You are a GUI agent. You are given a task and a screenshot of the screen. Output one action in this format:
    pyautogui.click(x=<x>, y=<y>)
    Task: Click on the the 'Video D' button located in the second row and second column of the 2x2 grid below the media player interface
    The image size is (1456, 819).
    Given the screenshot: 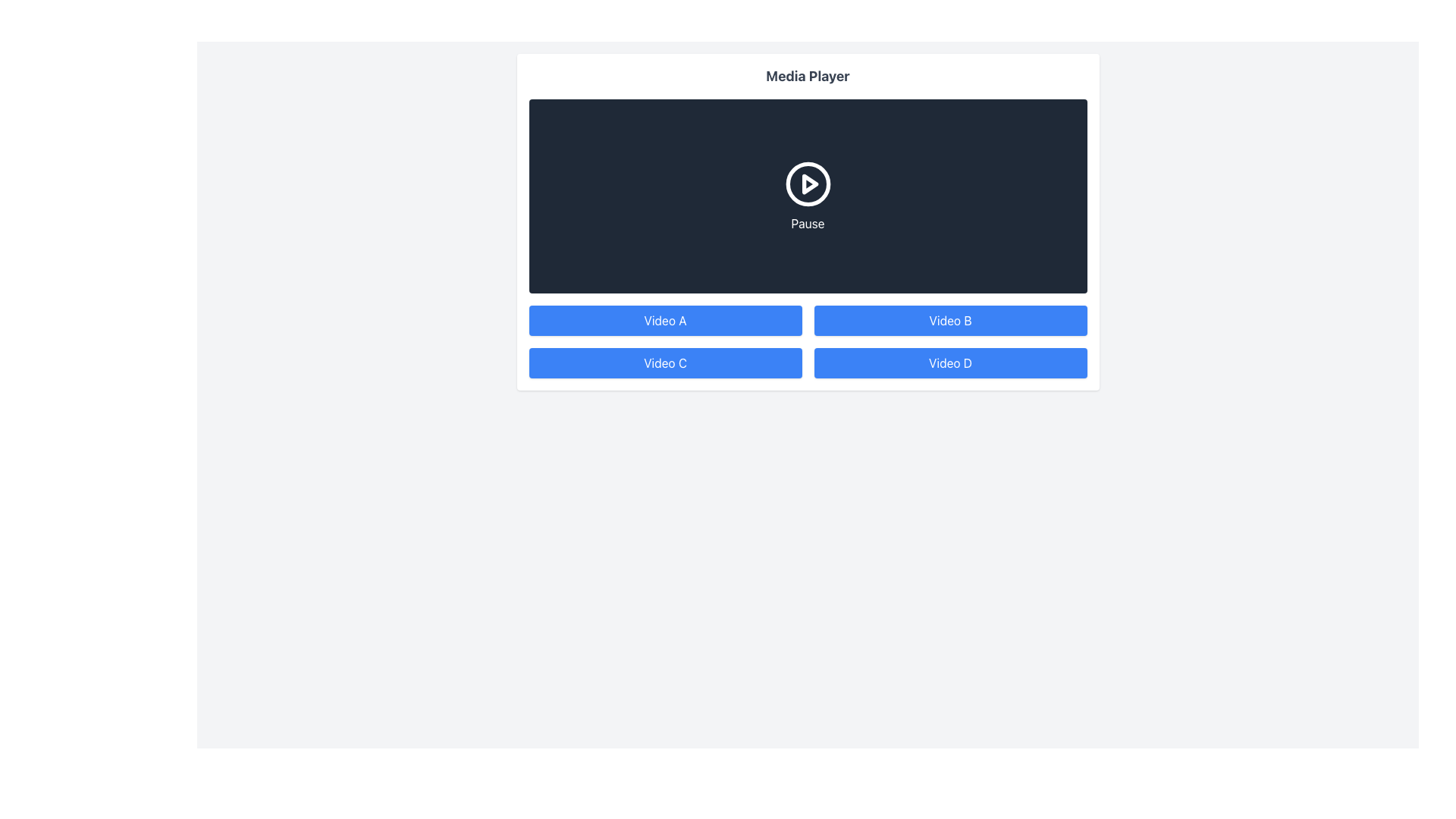 What is the action you would take?
    pyautogui.click(x=949, y=362)
    